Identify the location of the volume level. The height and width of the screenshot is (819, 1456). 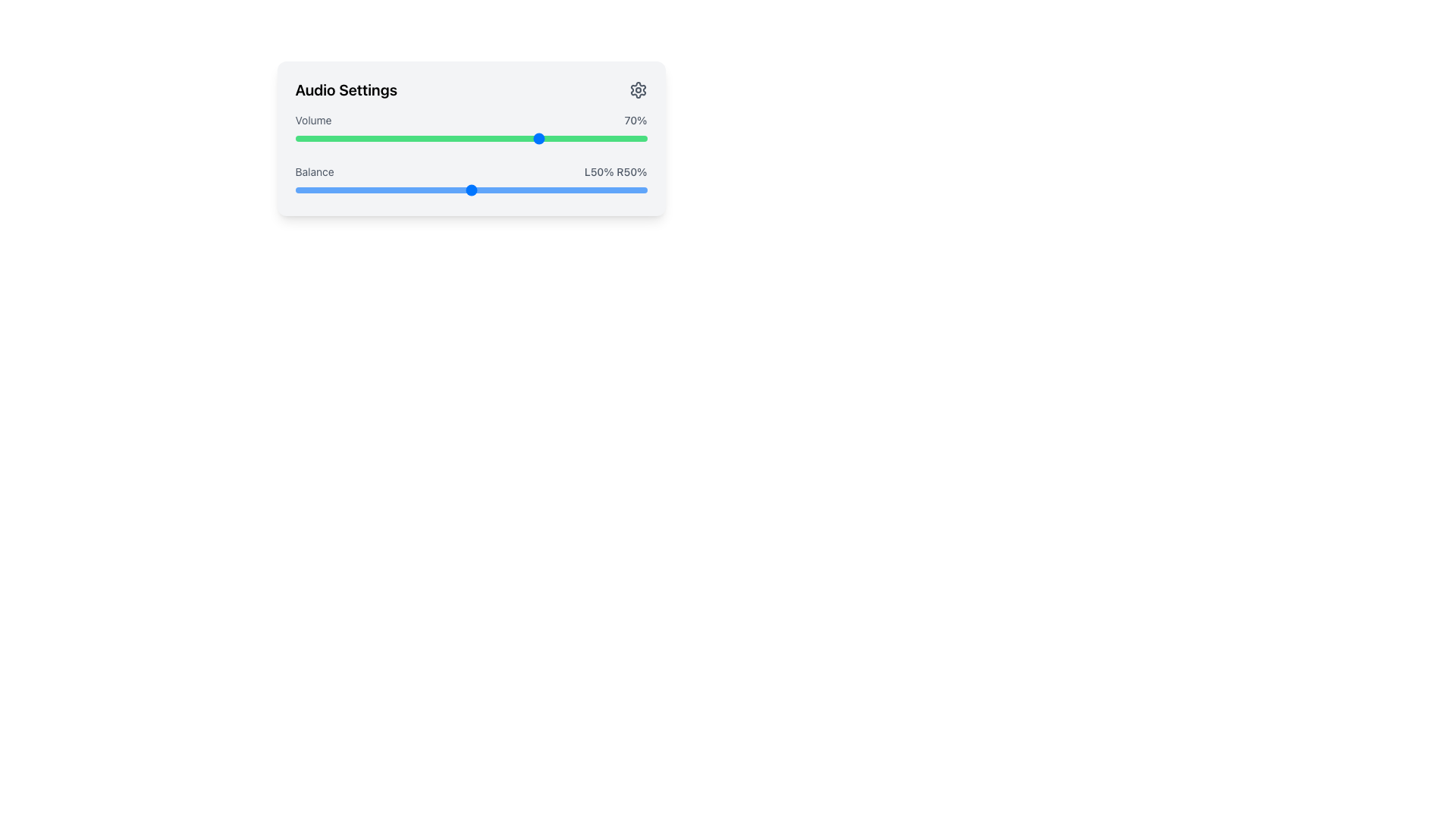
(499, 138).